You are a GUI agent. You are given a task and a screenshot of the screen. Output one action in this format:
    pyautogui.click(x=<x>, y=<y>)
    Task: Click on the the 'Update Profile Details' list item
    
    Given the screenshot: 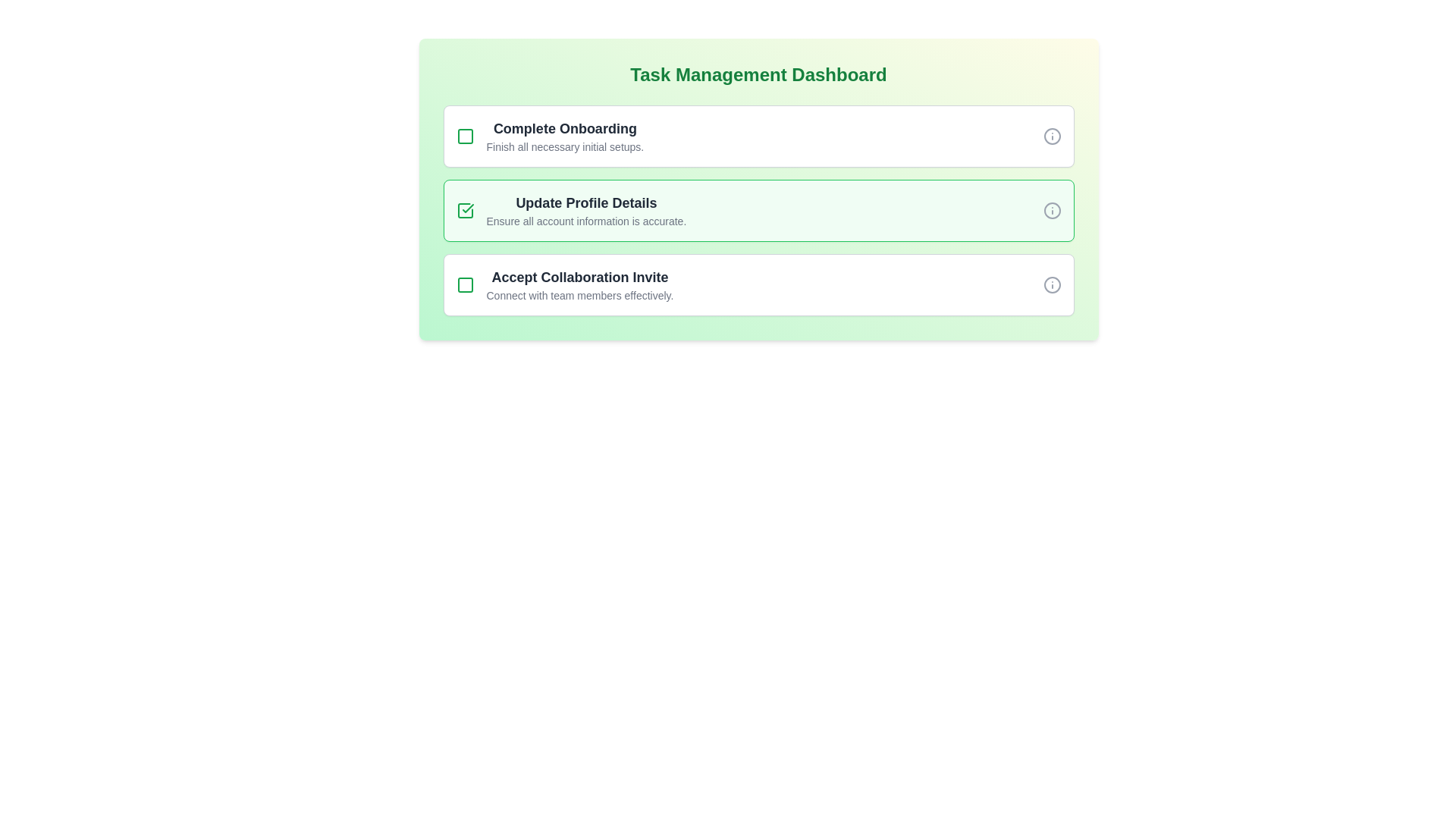 What is the action you would take?
    pyautogui.click(x=758, y=210)
    